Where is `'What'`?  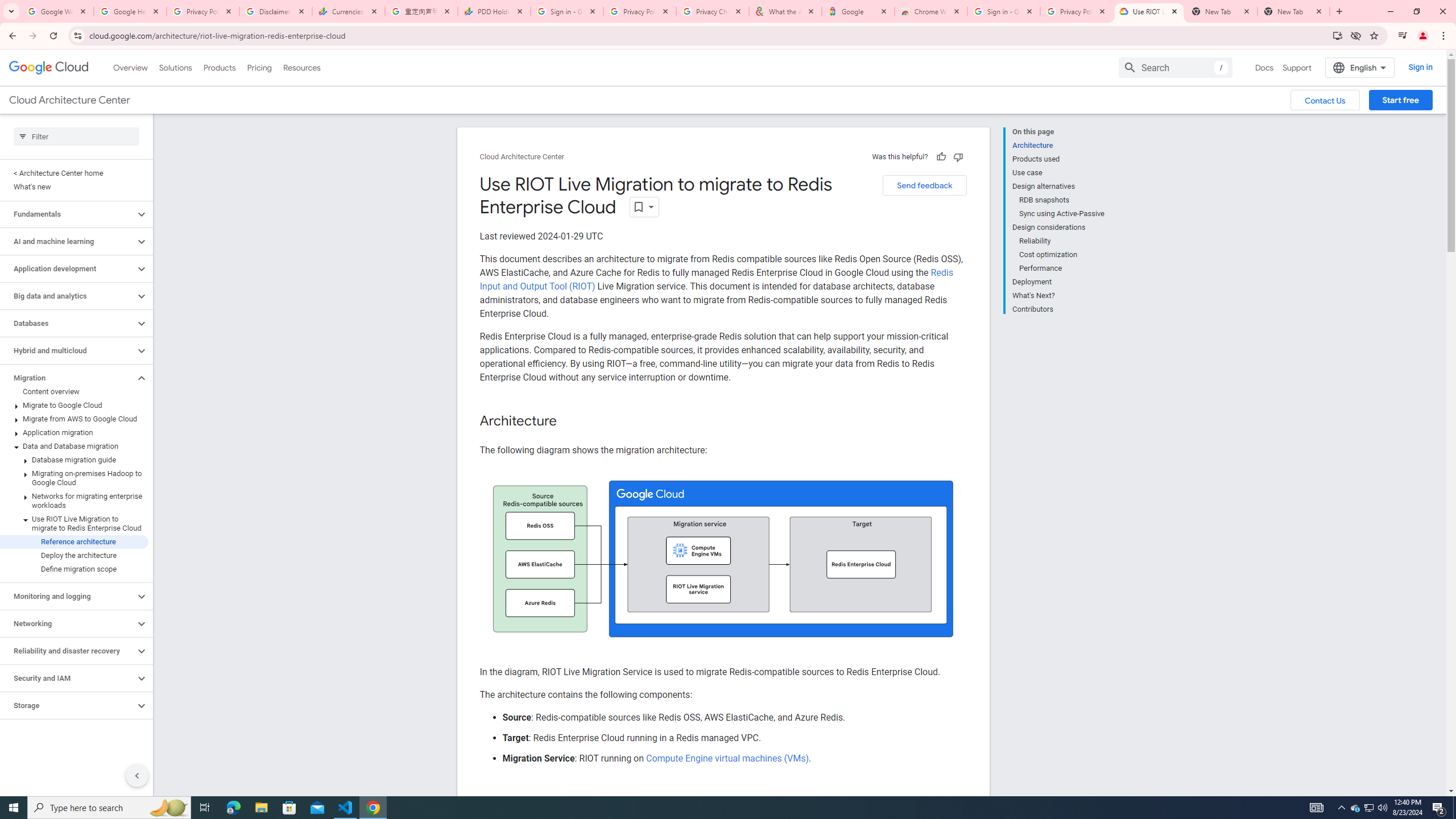
'What' is located at coordinates (74, 187).